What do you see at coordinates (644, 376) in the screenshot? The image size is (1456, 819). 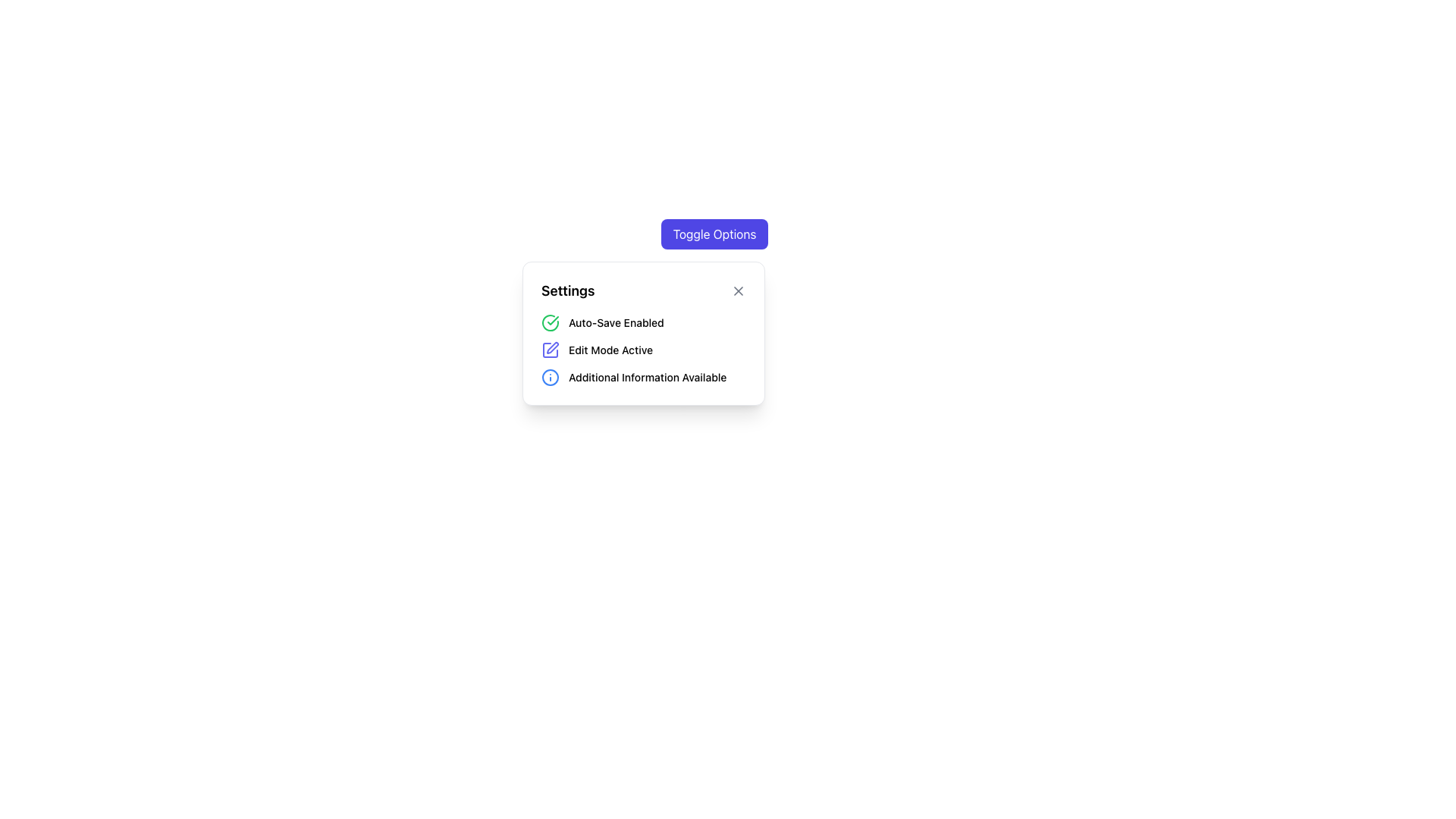 I see `the 'Additional Information Available' text label with icon, which features a blue circular icon with an 'i' symbol, positioned below the 'Edit Mode Active' row in the settings panel` at bounding box center [644, 376].